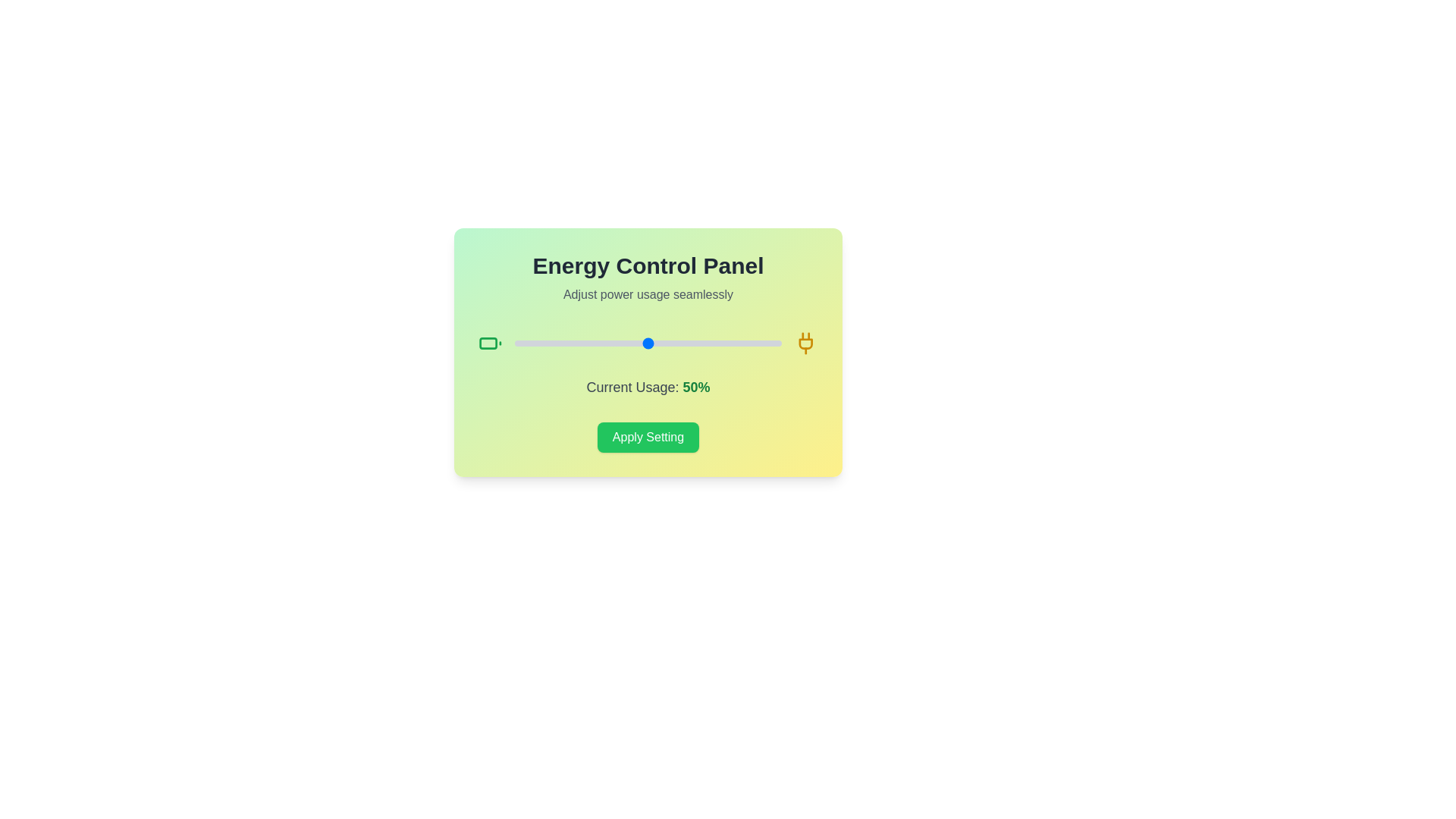  I want to click on the slider, so click(661, 343).